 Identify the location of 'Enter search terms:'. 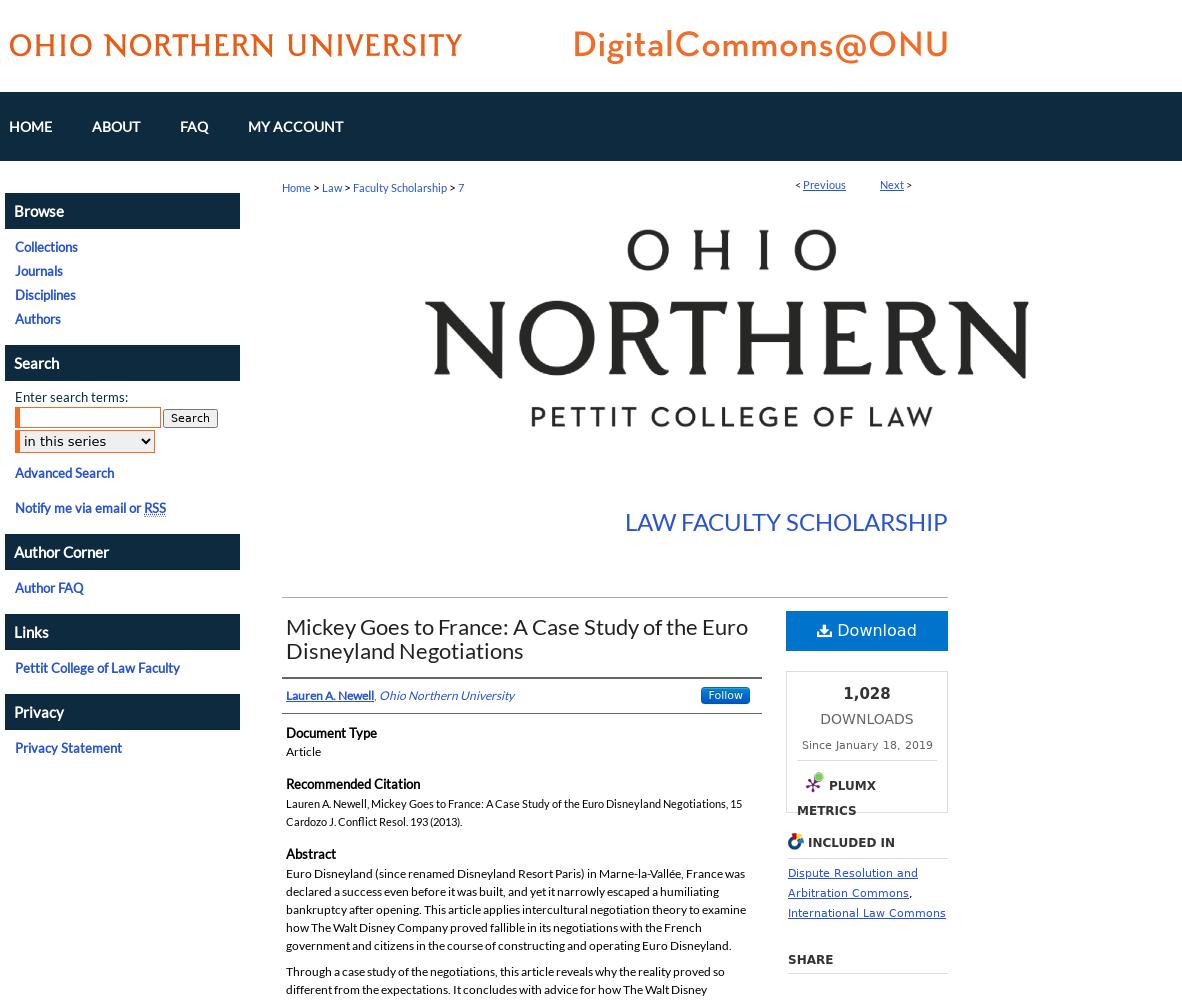
(70, 397).